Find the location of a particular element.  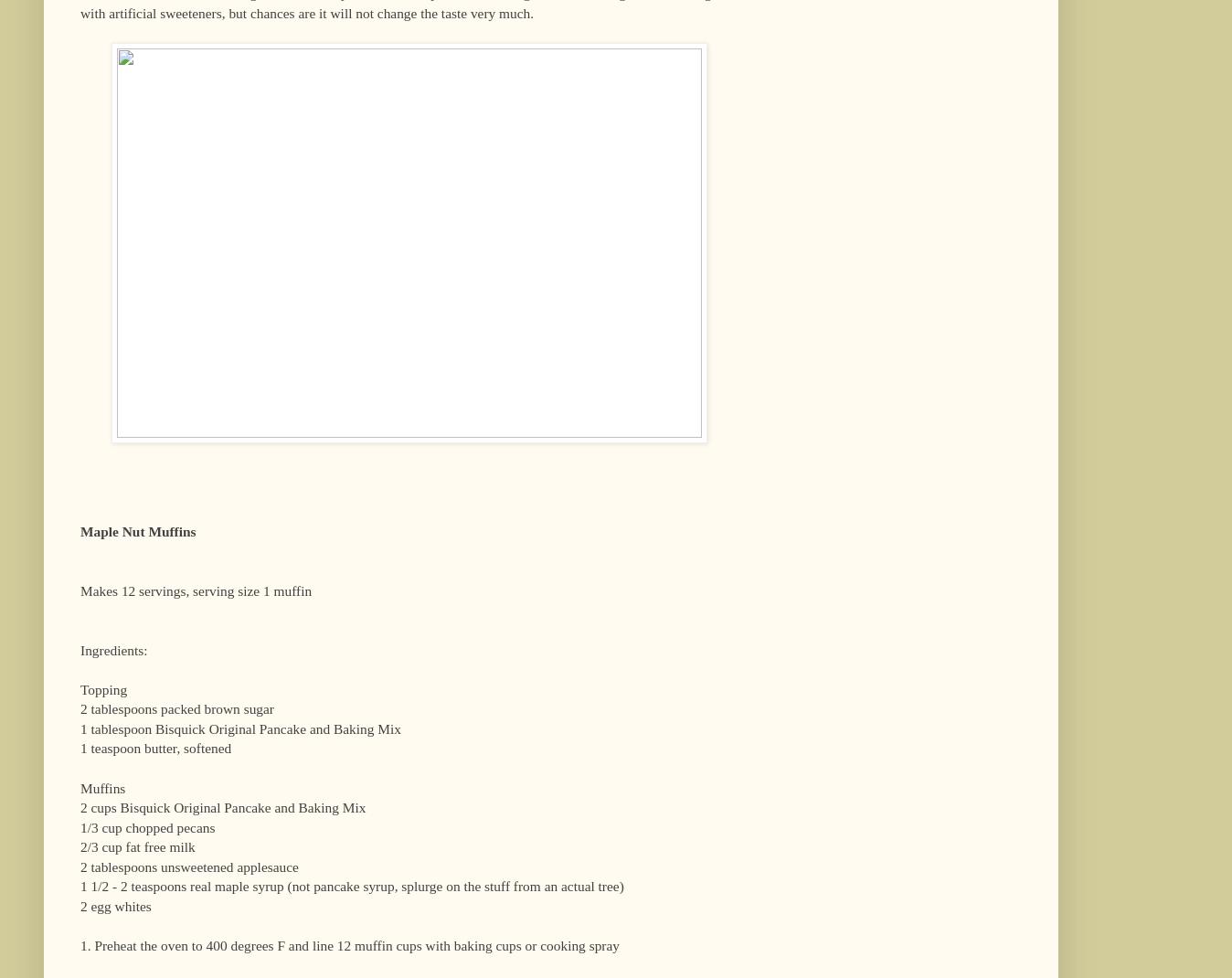

'2 cups Bisquick Original Pancake and Baking Mix' is located at coordinates (222, 807).